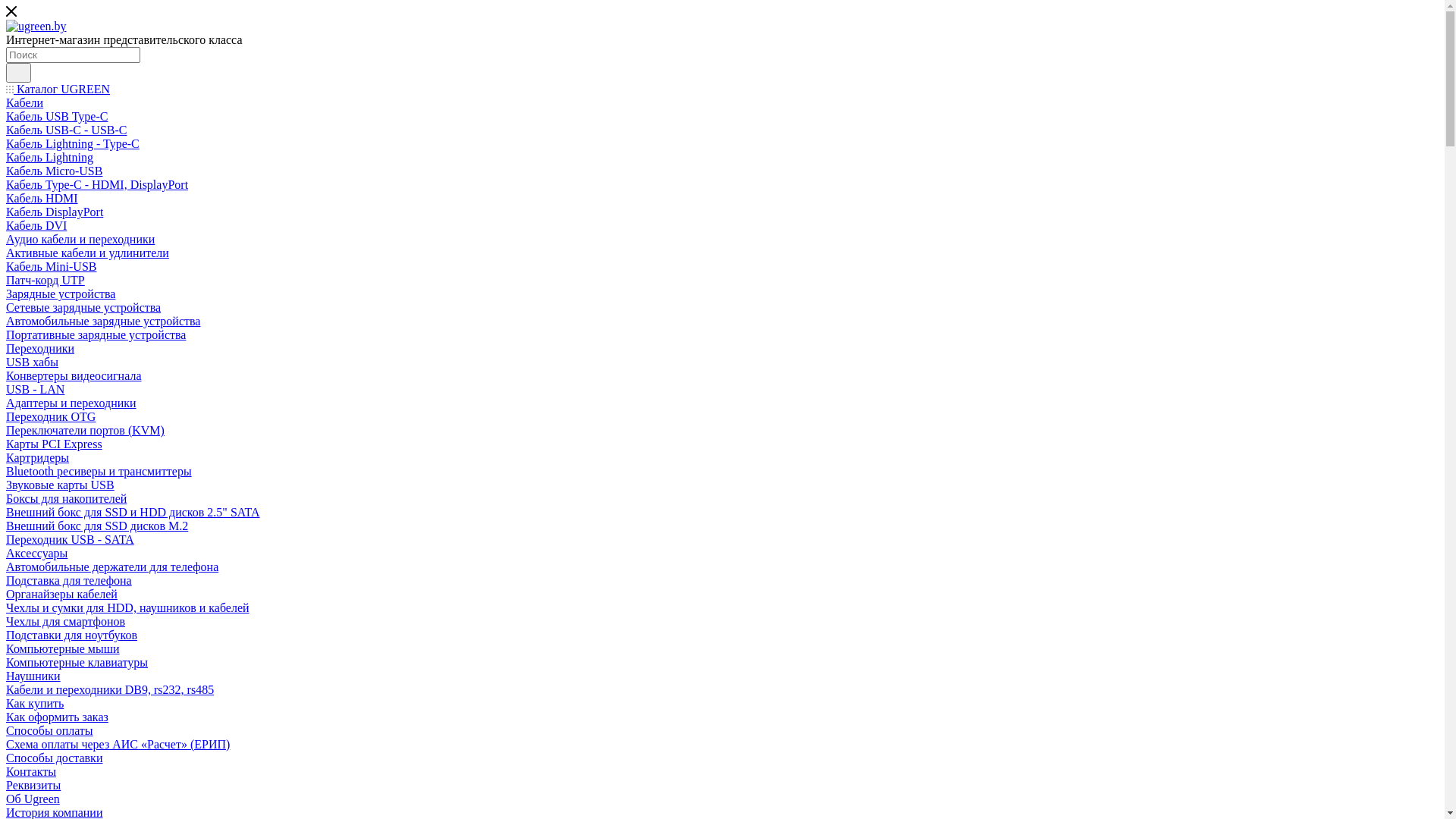  Describe the element at coordinates (35, 388) in the screenshot. I see `'USB - LAN'` at that location.